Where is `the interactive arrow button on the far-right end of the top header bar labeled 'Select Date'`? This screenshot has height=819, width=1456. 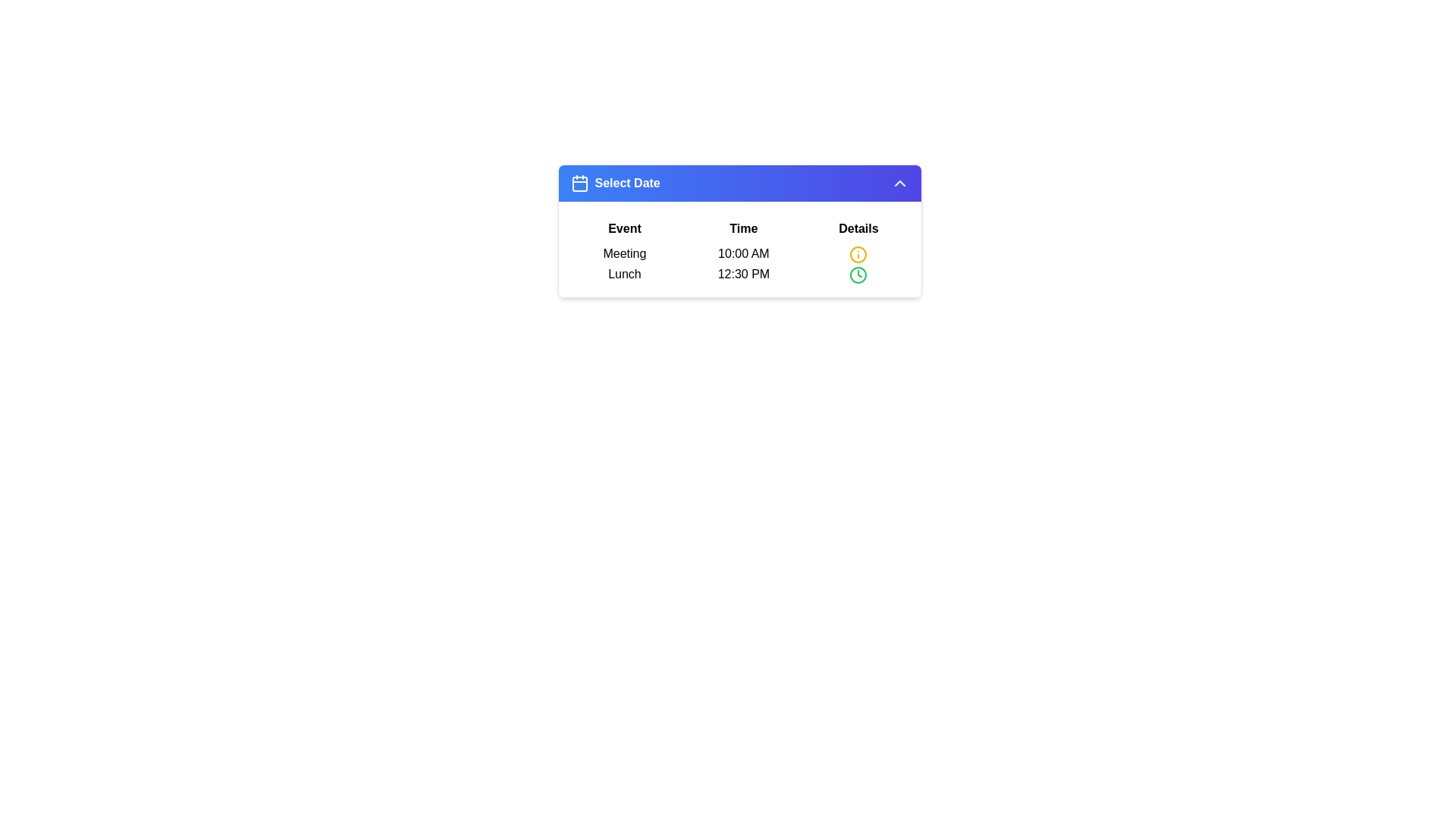
the interactive arrow button on the far-right end of the top header bar labeled 'Select Date' is located at coordinates (899, 183).